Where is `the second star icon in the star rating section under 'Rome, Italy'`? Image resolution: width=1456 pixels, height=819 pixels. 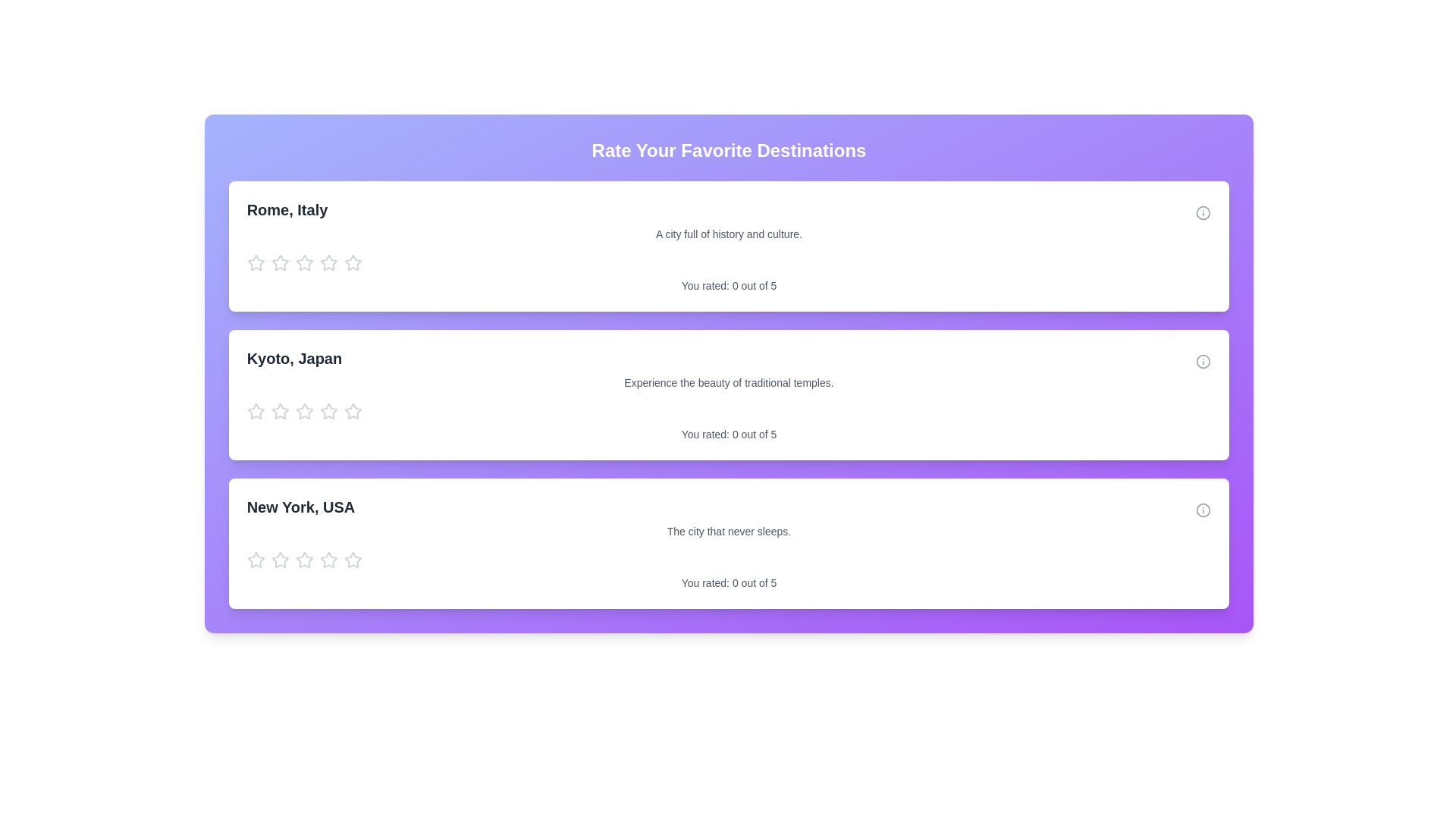 the second star icon in the star rating section under 'Rome, Italy' is located at coordinates (328, 262).